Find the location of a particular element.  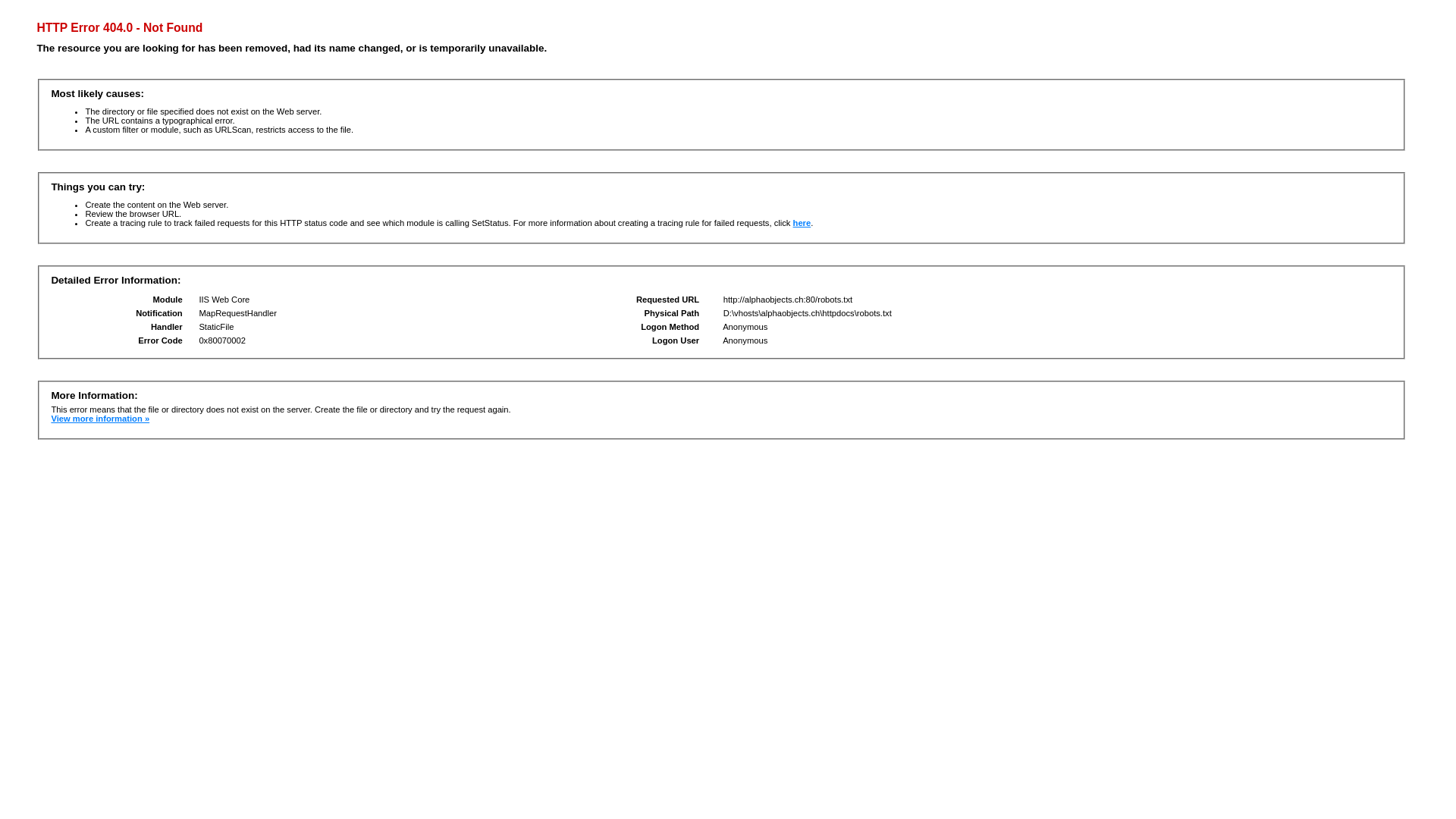

'here' is located at coordinates (801, 222).